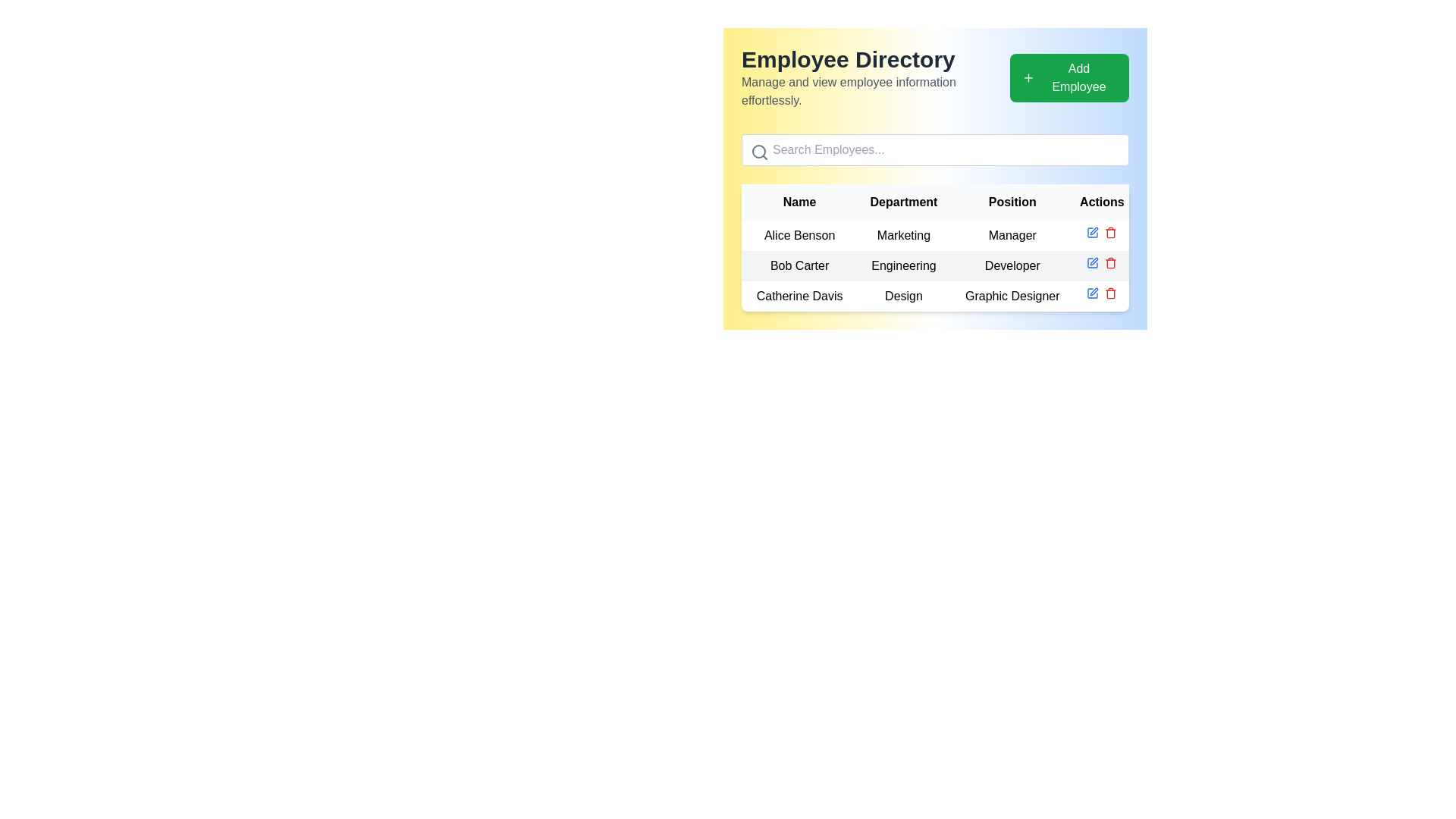 This screenshot has width=1456, height=819. I want to click on the edit icon button located in the 'Actions' column of the third row next to 'Catherine Davis', so click(1094, 292).